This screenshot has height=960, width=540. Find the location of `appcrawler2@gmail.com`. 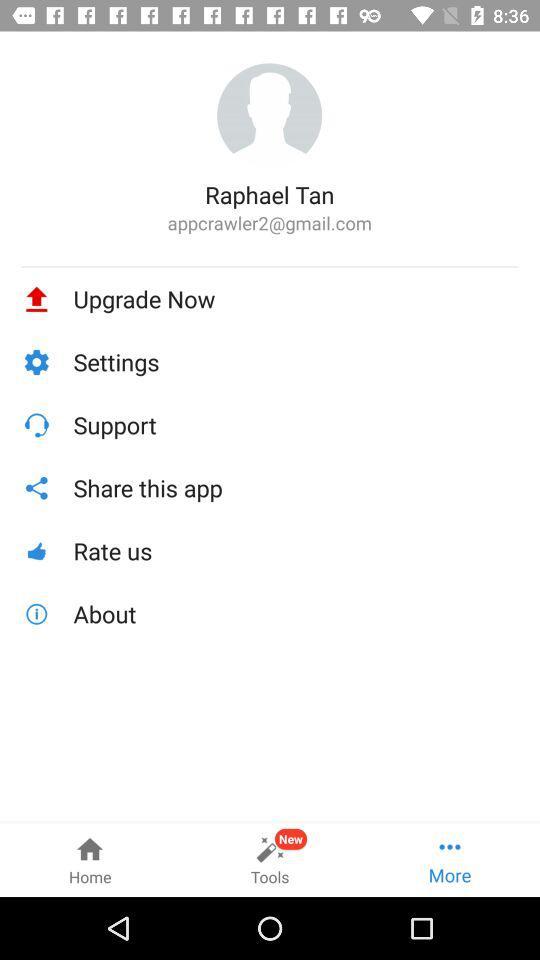

appcrawler2@gmail.com is located at coordinates (269, 223).